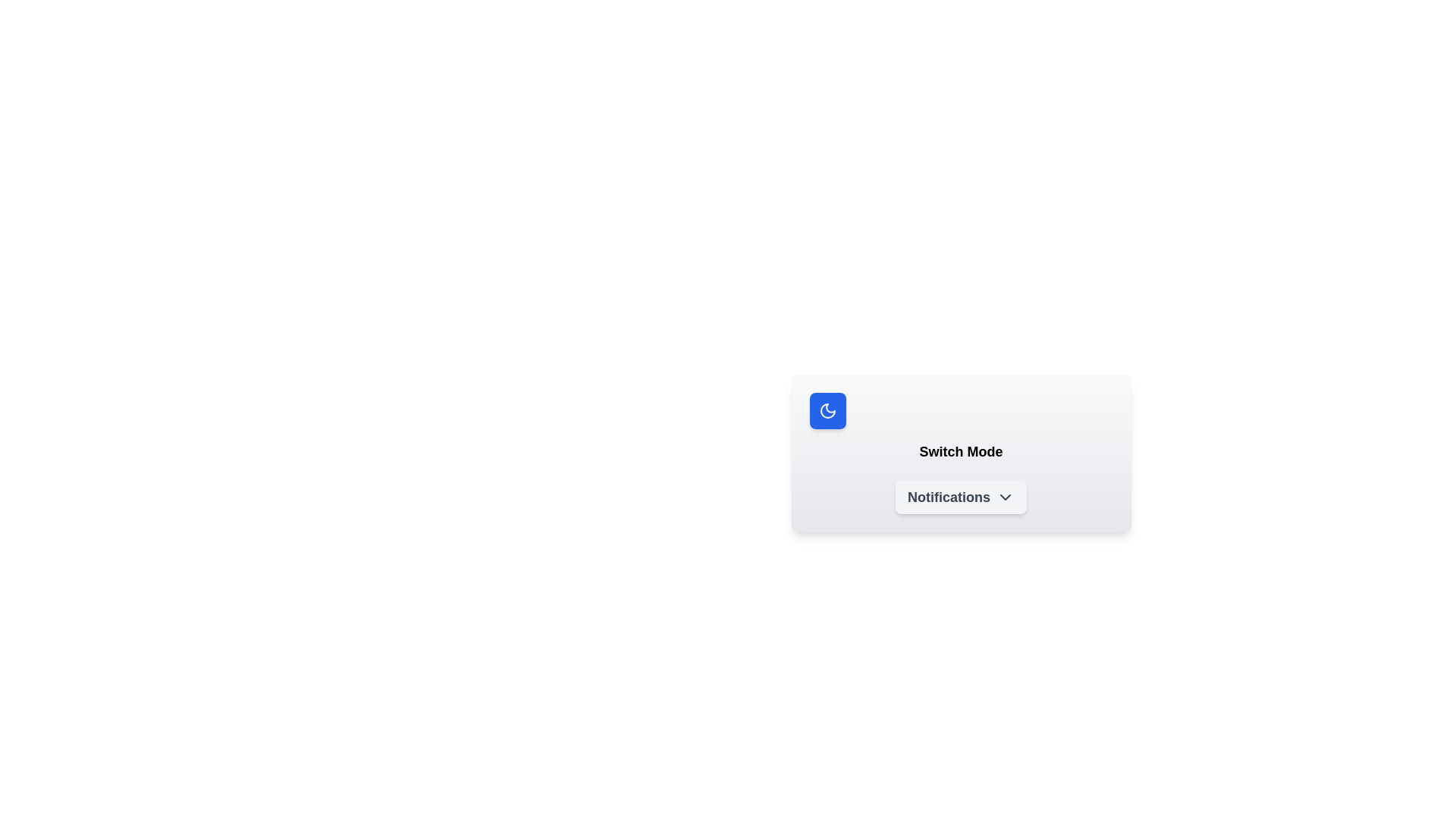 The image size is (1456, 819). What do you see at coordinates (960, 451) in the screenshot?
I see `the static text label or title located centrally below the rounded blue moon icon and above the 'Notifications' button with a chevron down icon` at bounding box center [960, 451].